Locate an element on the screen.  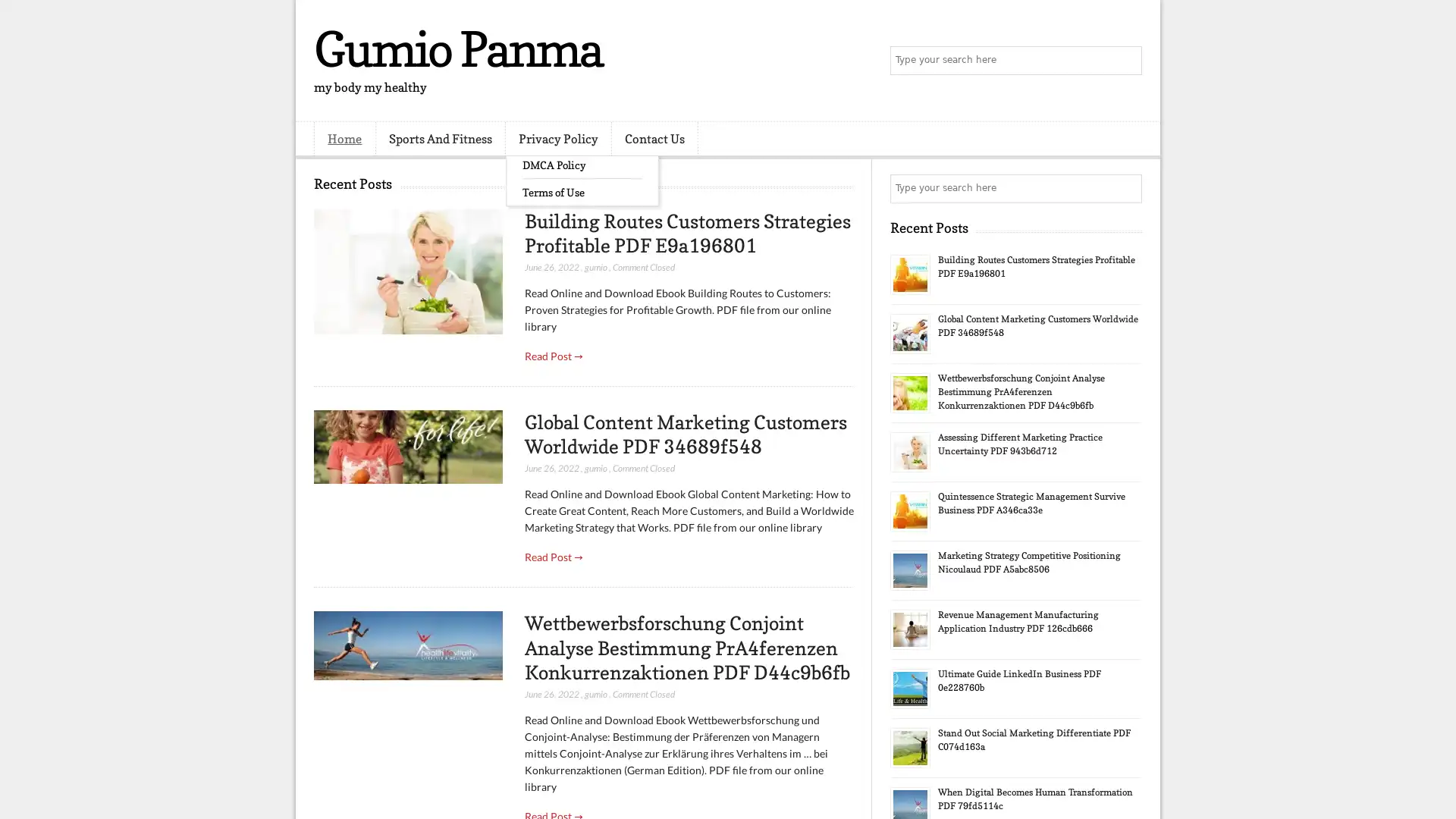
Search is located at coordinates (1126, 61).